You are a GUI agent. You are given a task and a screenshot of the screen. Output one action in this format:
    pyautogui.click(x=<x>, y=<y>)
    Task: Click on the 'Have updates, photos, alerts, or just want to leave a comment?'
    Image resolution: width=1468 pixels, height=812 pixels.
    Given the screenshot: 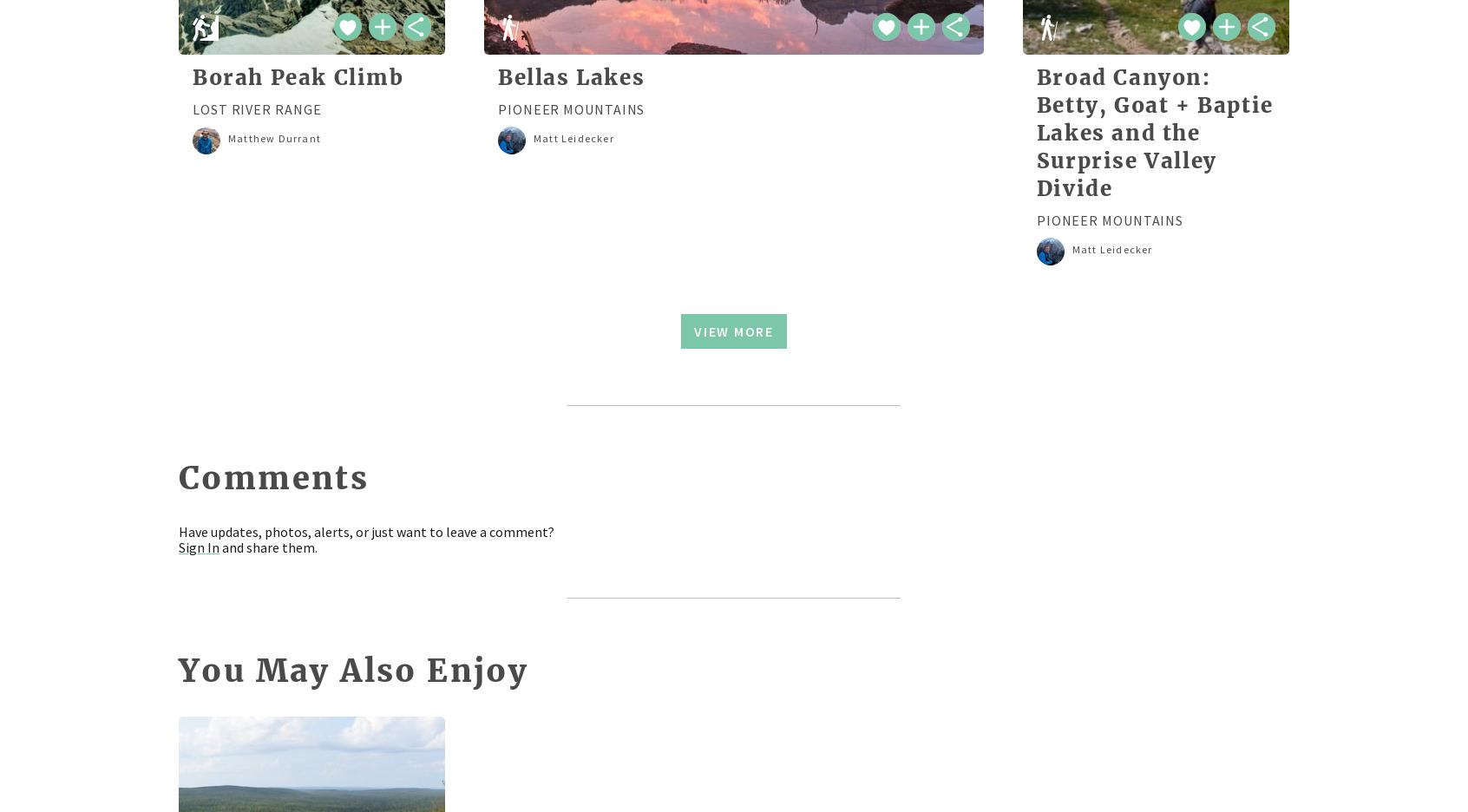 What is the action you would take?
    pyautogui.click(x=177, y=530)
    